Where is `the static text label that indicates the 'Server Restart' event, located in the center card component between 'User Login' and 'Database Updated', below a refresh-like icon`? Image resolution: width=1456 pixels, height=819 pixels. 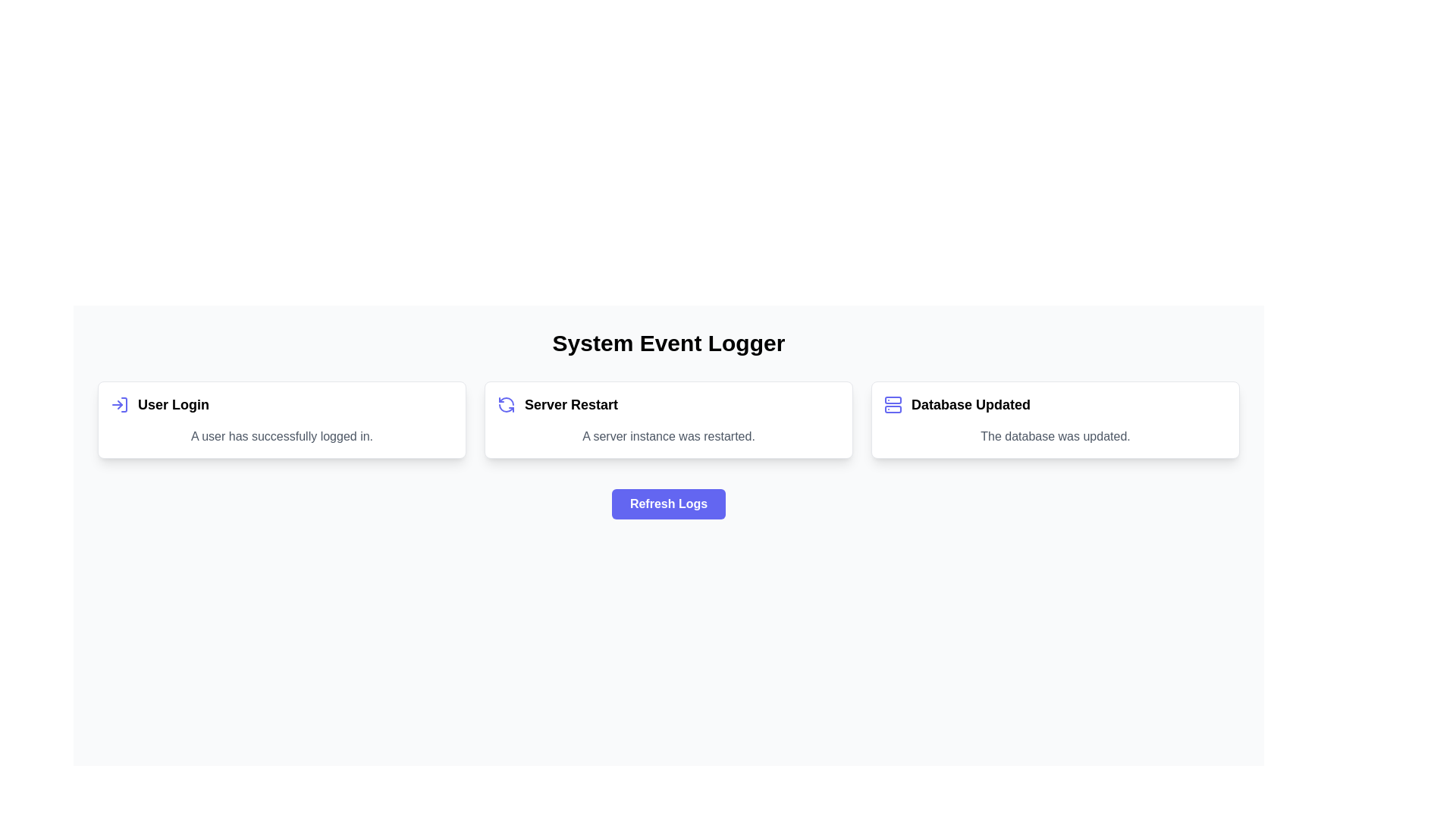 the static text label that indicates the 'Server Restart' event, located in the center card component between 'User Login' and 'Database Updated', below a refresh-like icon is located at coordinates (570, 403).